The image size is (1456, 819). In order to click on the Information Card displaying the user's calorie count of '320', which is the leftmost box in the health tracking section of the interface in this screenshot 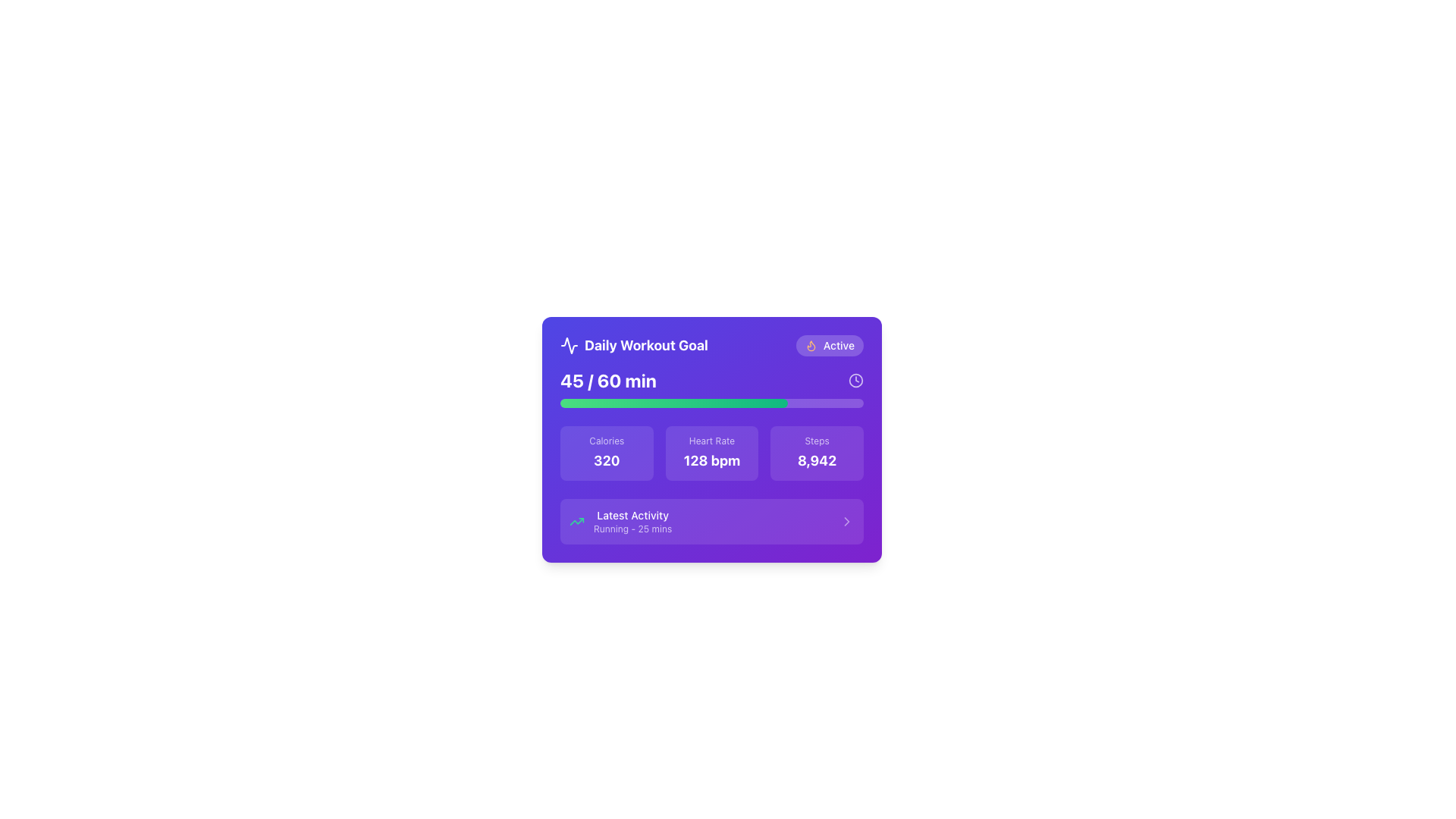, I will do `click(607, 452)`.